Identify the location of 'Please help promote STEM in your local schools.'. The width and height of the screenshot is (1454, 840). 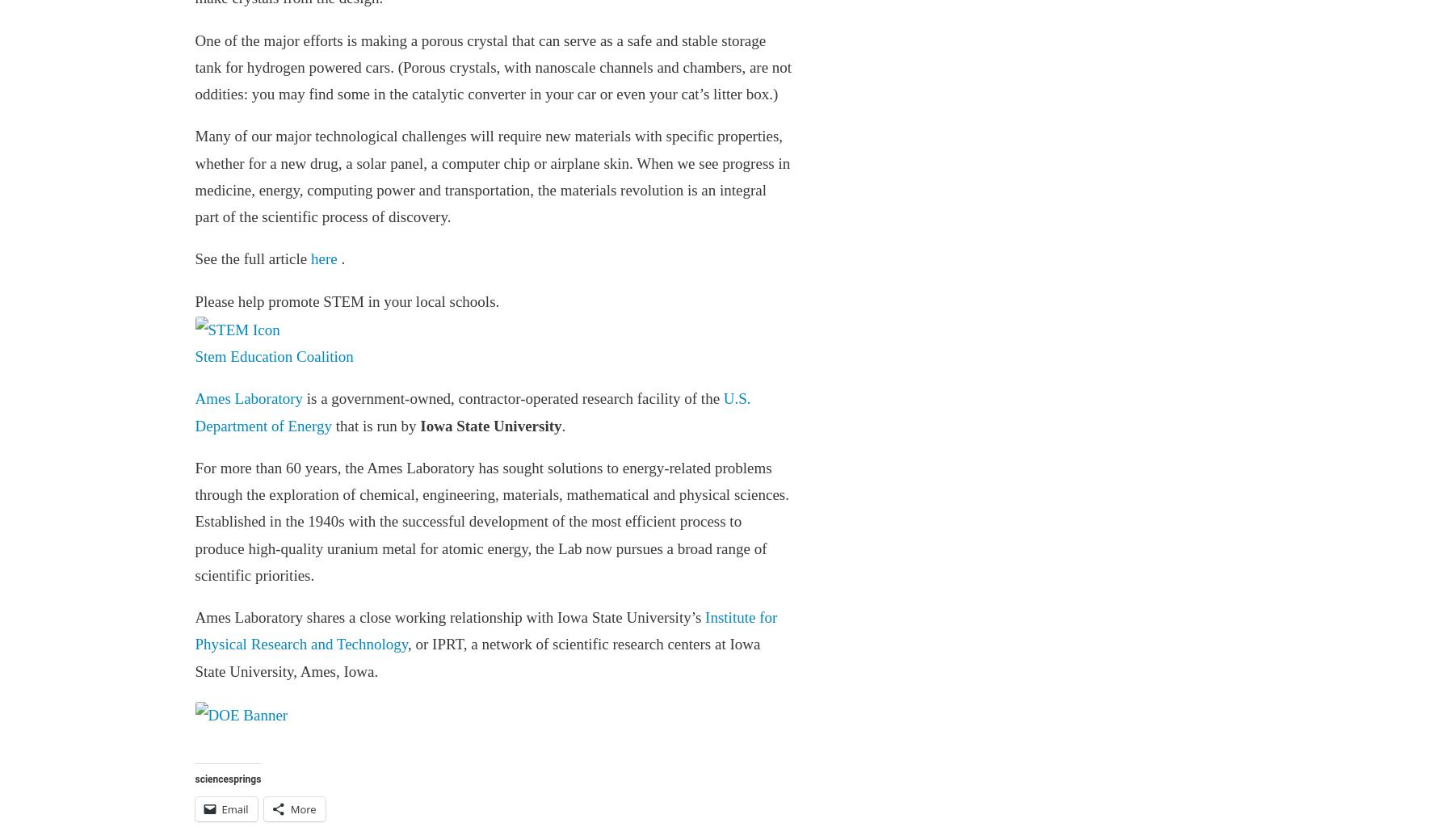
(347, 300).